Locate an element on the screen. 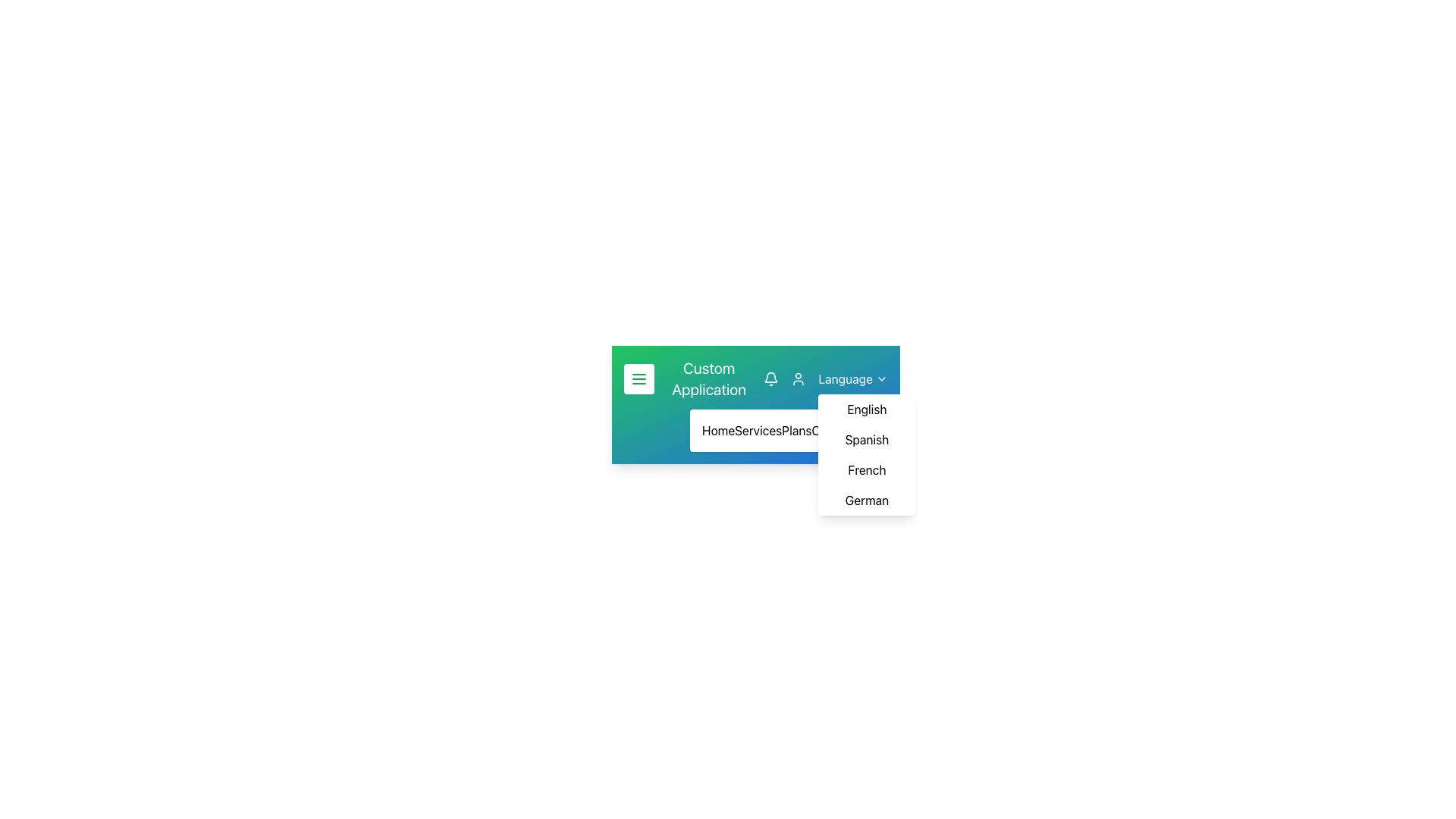 This screenshot has width=1456, height=819. the notification icon located between the user icon and the 'Language' dropdown in the top-right corner of the navigation bar is located at coordinates (771, 376).